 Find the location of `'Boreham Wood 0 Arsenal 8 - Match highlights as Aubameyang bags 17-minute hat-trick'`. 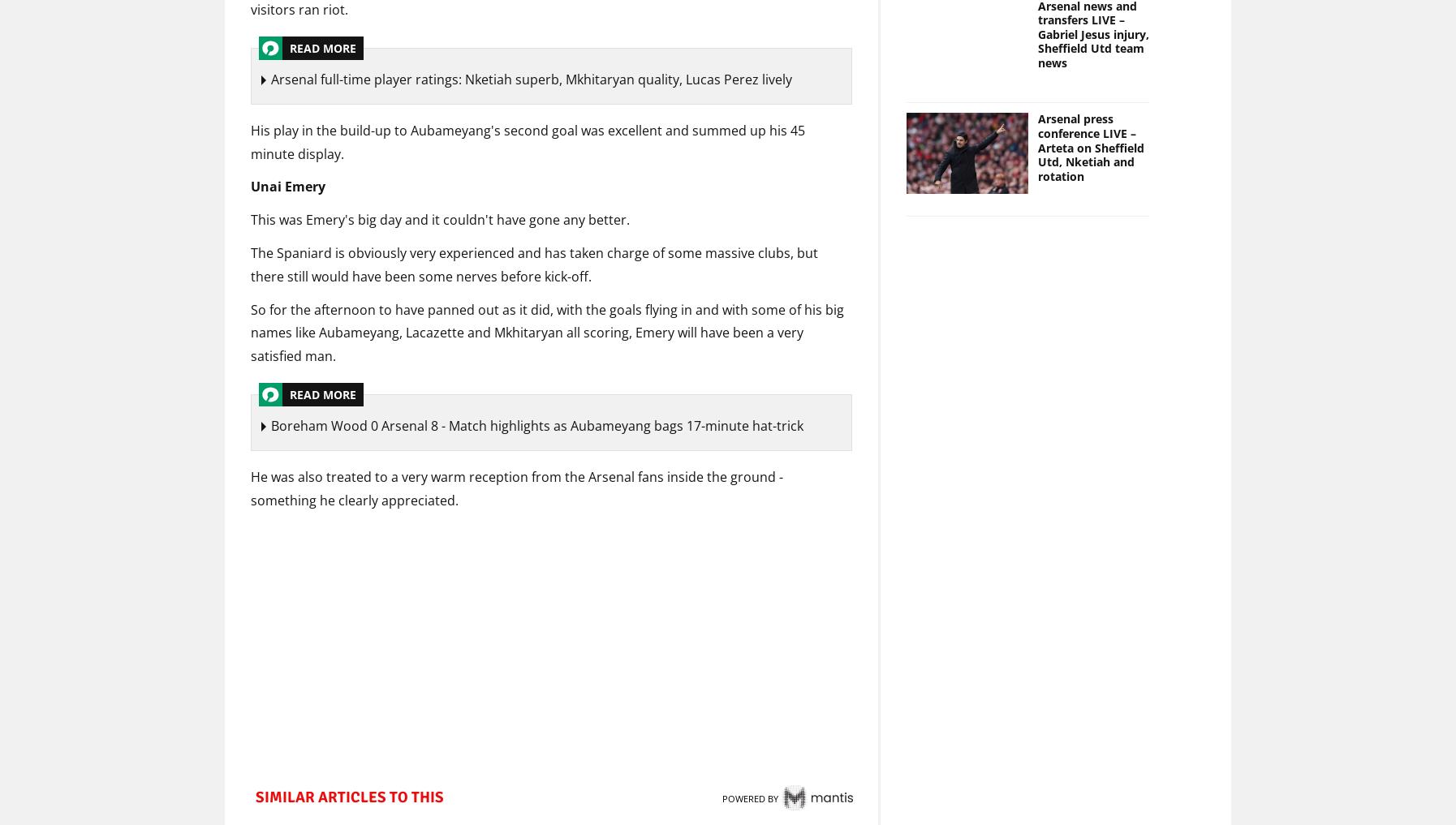

'Boreham Wood 0 Arsenal 8 - Match highlights as Aubameyang bags 17-minute hat-trick' is located at coordinates (536, 428).